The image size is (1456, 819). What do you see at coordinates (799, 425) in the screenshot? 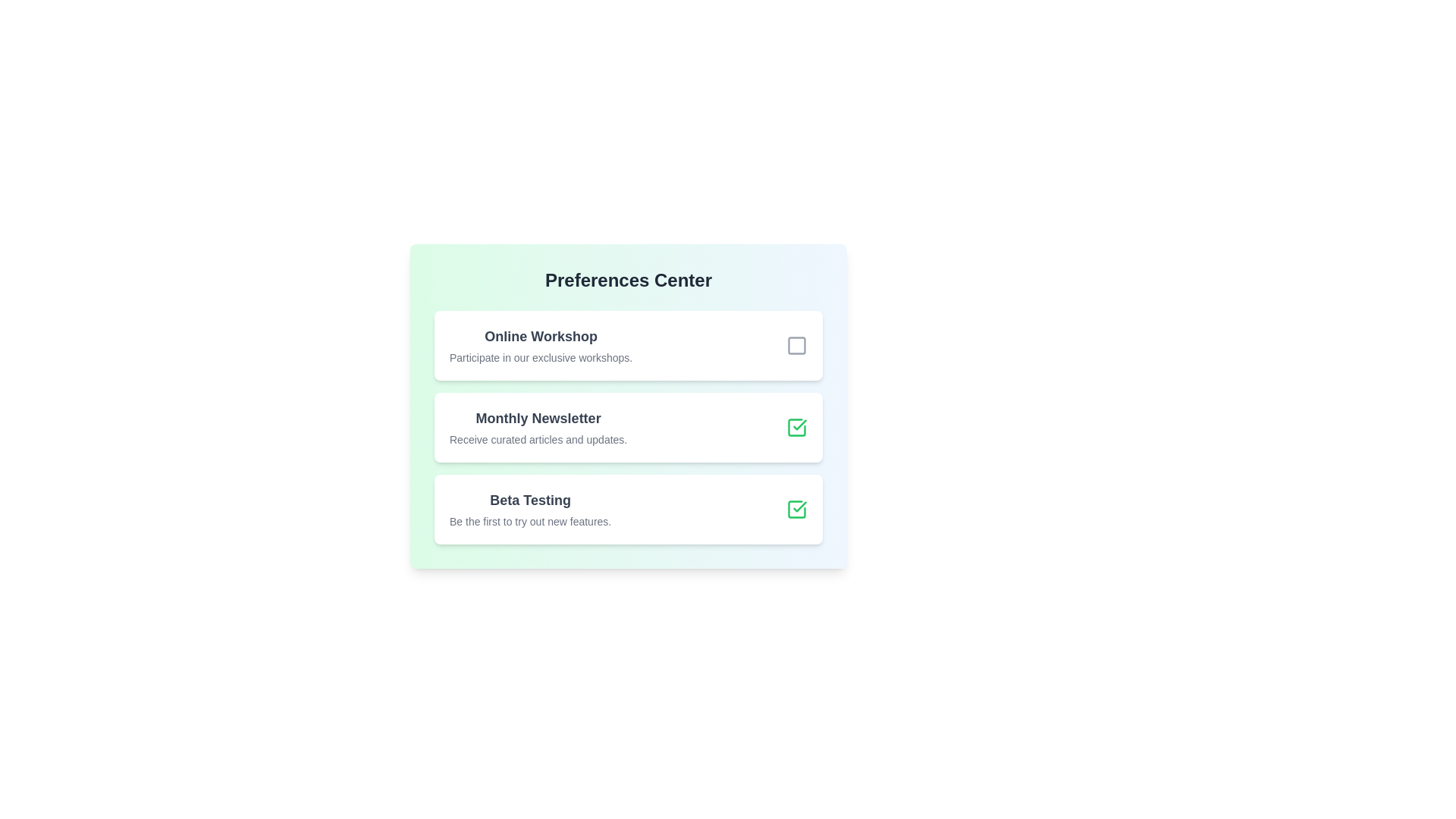
I see `the curved checkmark icon located within the 'Beta Testing' option in the Preferences Center` at bounding box center [799, 425].